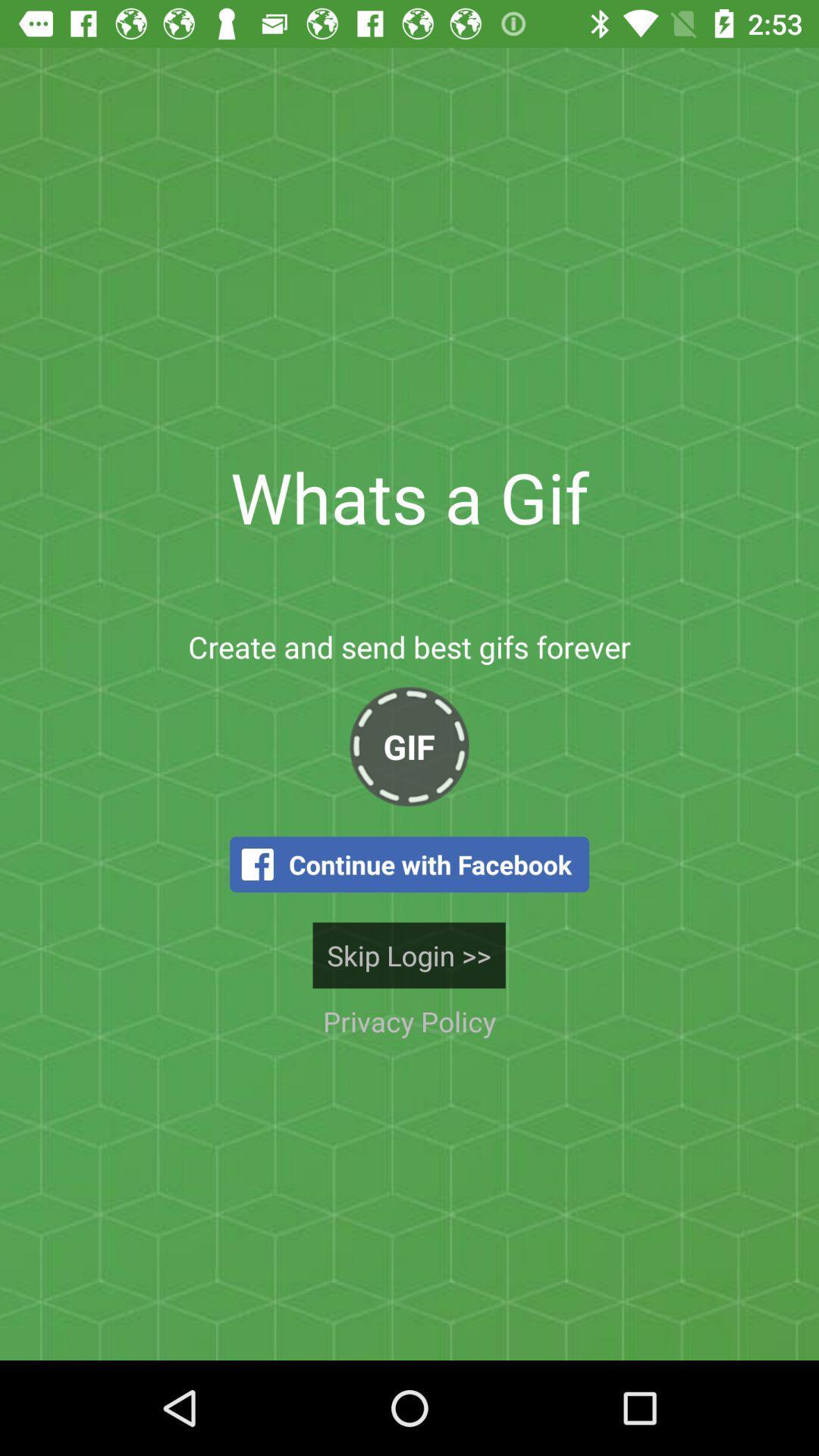 The width and height of the screenshot is (819, 1456). Describe the element at coordinates (408, 954) in the screenshot. I see `icon below continue with facebook item` at that location.